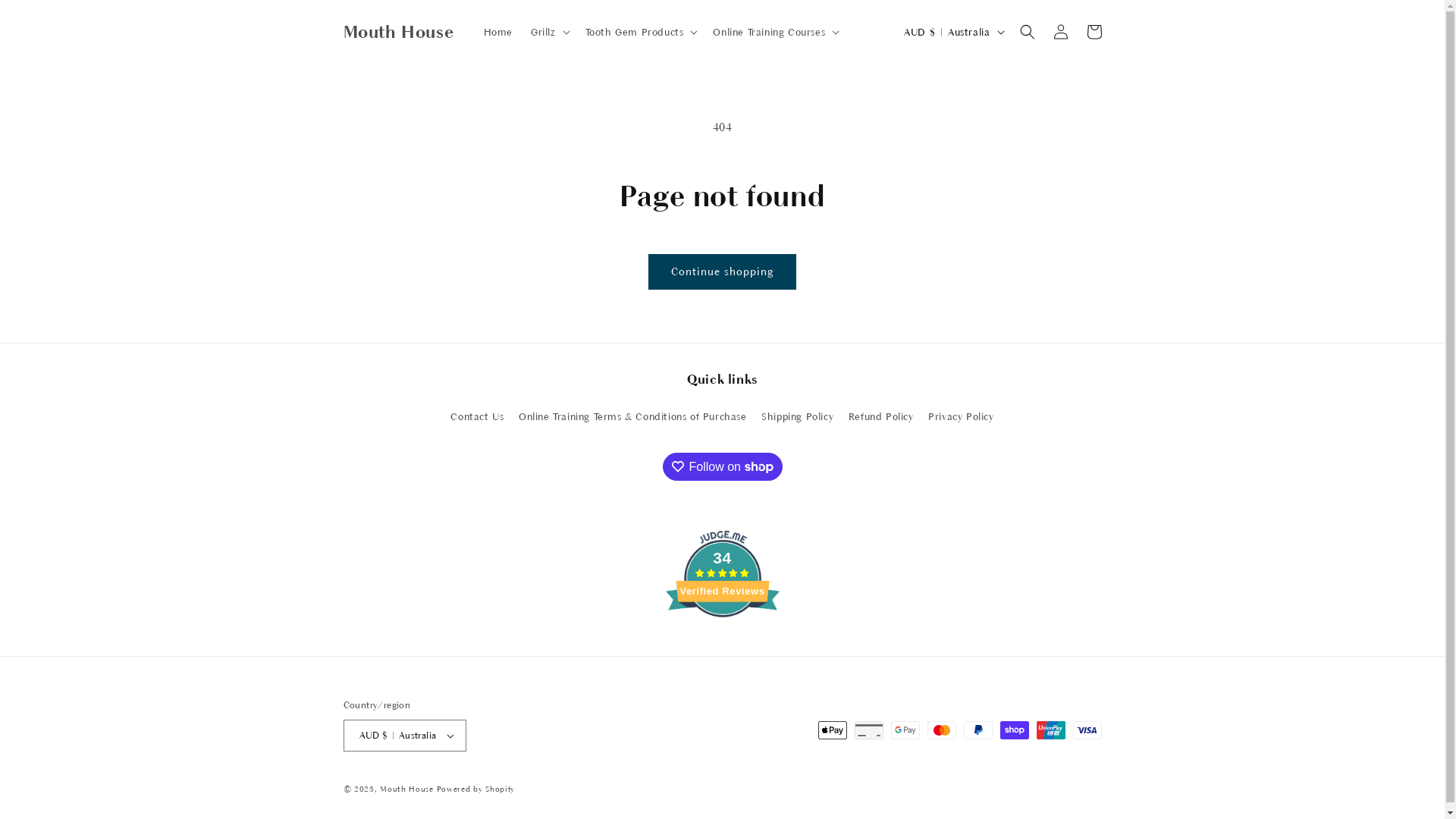 This screenshot has height=819, width=1456. What do you see at coordinates (498, 32) in the screenshot?
I see `'Home'` at bounding box center [498, 32].